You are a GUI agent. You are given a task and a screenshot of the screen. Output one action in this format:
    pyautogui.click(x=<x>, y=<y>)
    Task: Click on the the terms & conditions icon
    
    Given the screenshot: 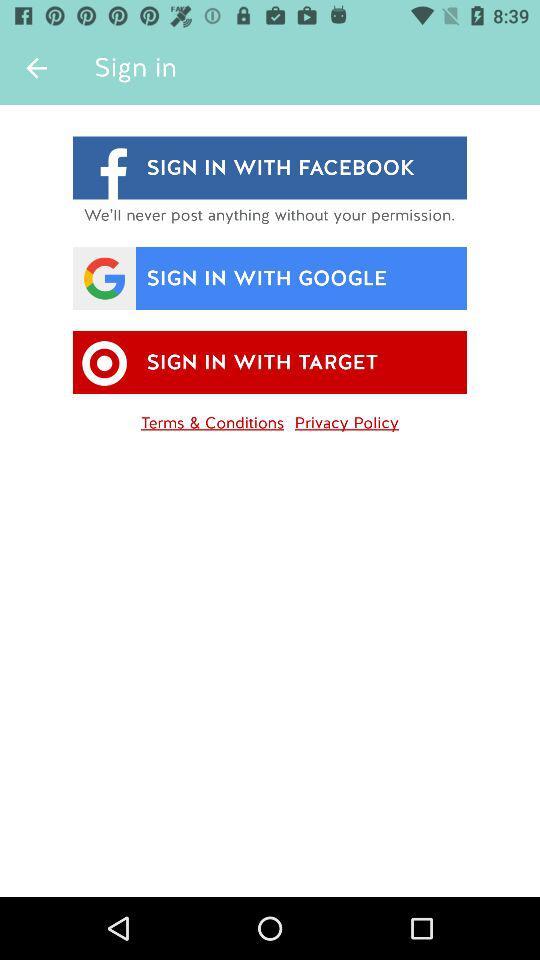 What is the action you would take?
    pyautogui.click(x=211, y=418)
    